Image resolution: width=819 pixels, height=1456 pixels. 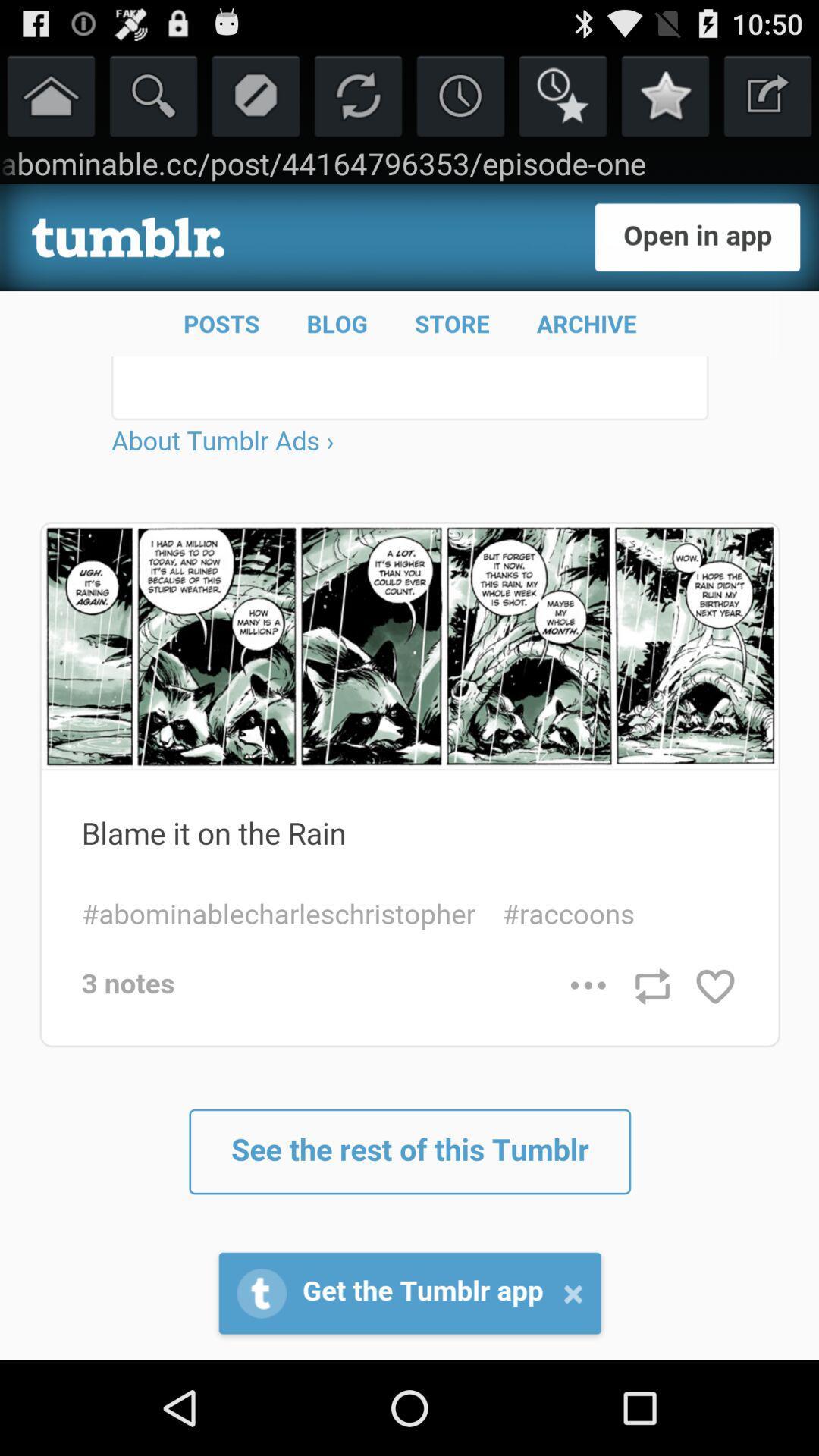 What do you see at coordinates (767, 94) in the screenshot?
I see `open in different tab` at bounding box center [767, 94].